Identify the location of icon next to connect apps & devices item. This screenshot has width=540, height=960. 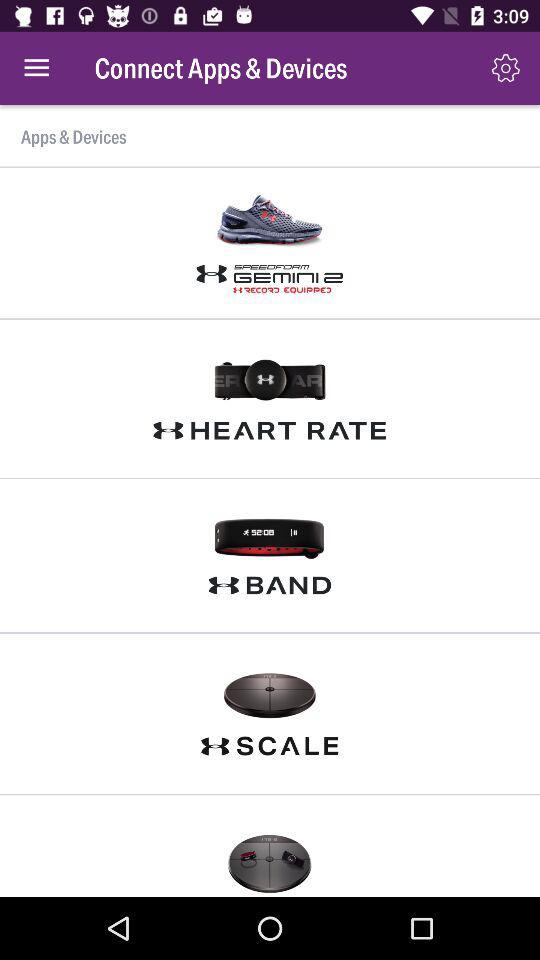
(504, 68).